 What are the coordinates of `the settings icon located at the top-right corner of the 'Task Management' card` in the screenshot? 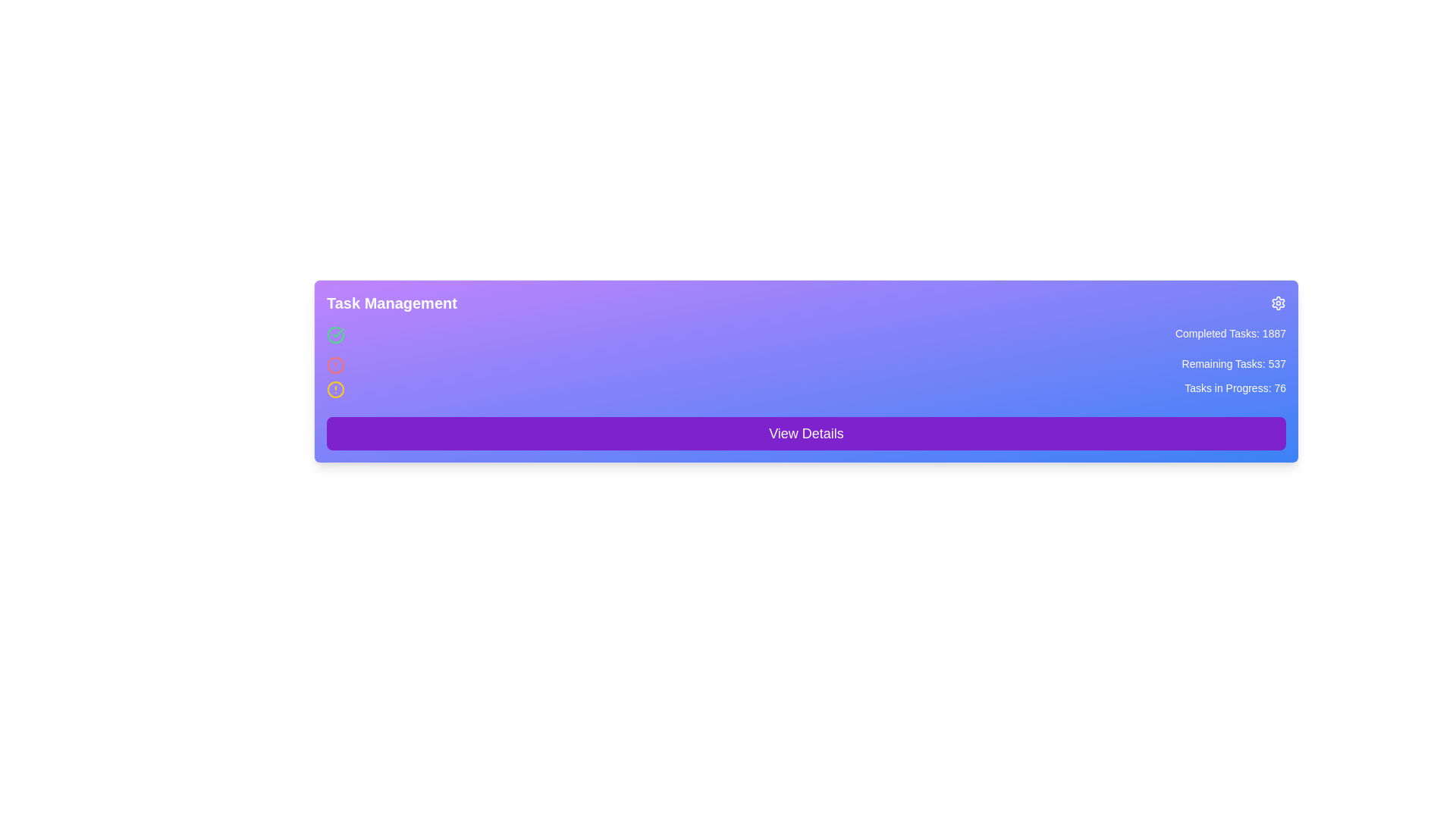 It's located at (1277, 303).